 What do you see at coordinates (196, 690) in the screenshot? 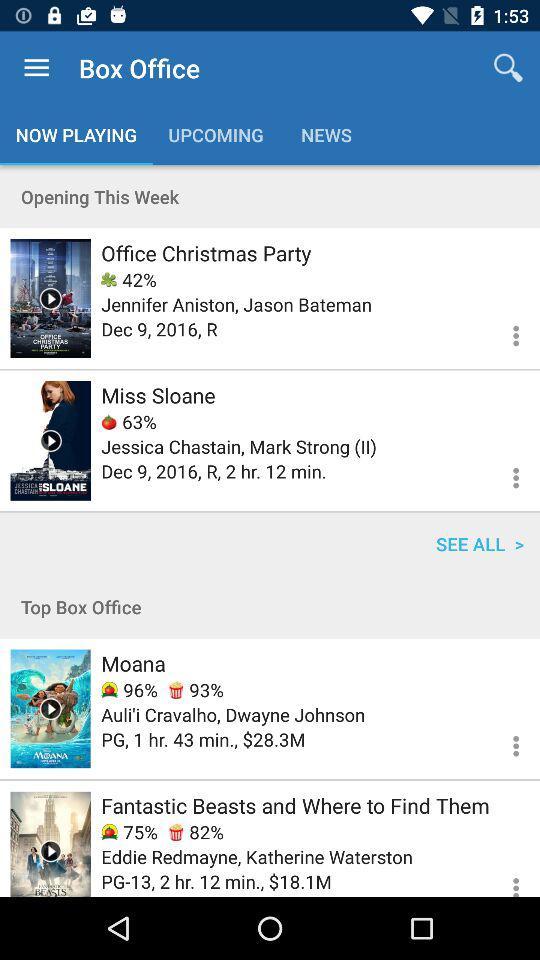
I see `icon next to moana icon` at bounding box center [196, 690].